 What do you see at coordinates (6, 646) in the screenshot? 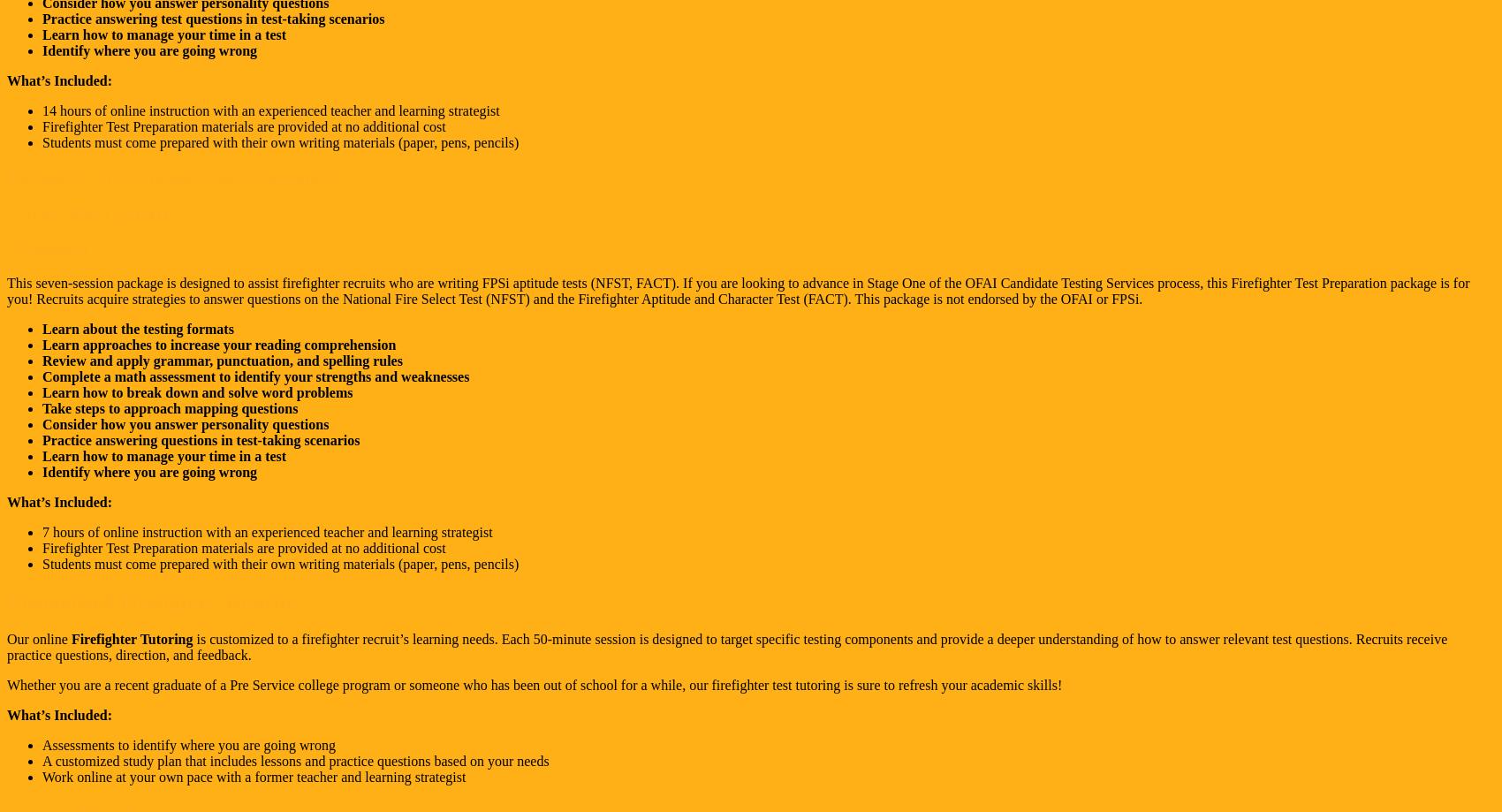
I see `'is customized to a firefighter recruit’s learning needs. Each 50-minute session is designed to target specific testing components and provide a deeper understanding of how to answer relevant test questions. Recruits receive practice questions, direction, and feedback.'` at bounding box center [6, 646].